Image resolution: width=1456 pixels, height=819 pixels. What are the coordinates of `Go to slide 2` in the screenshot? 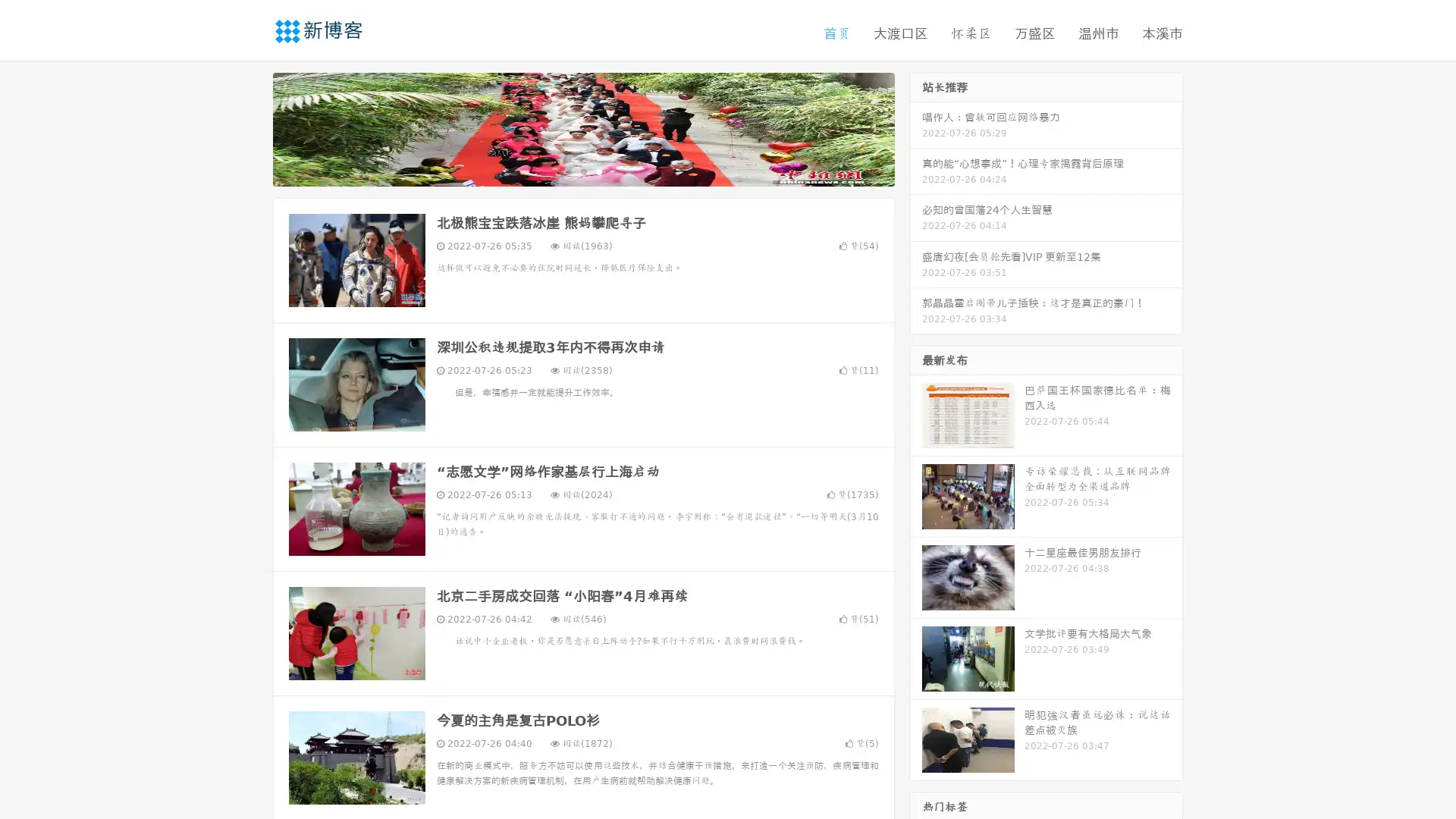 It's located at (582, 171).